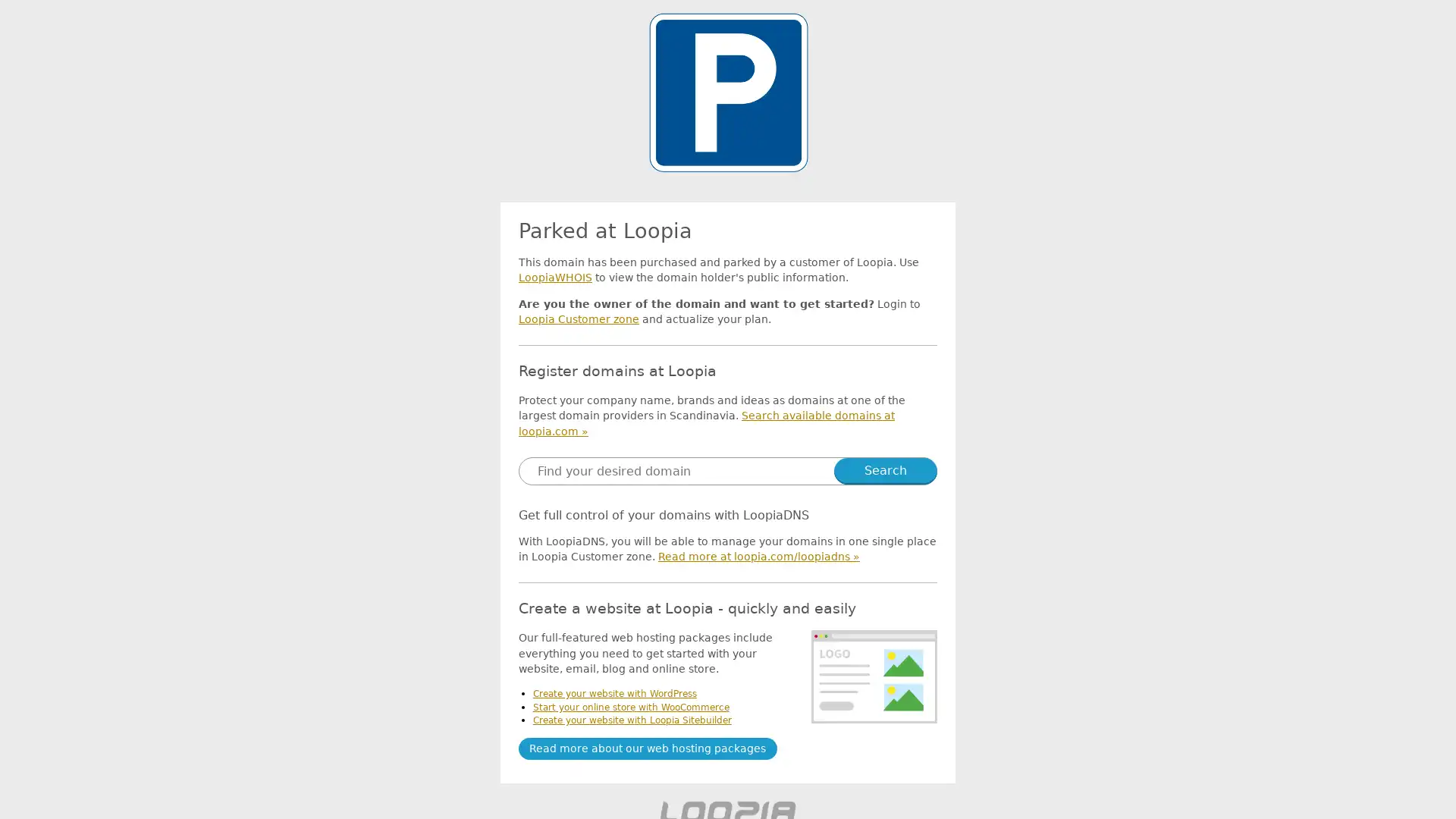 This screenshot has width=1456, height=819. I want to click on Search, so click(885, 469).